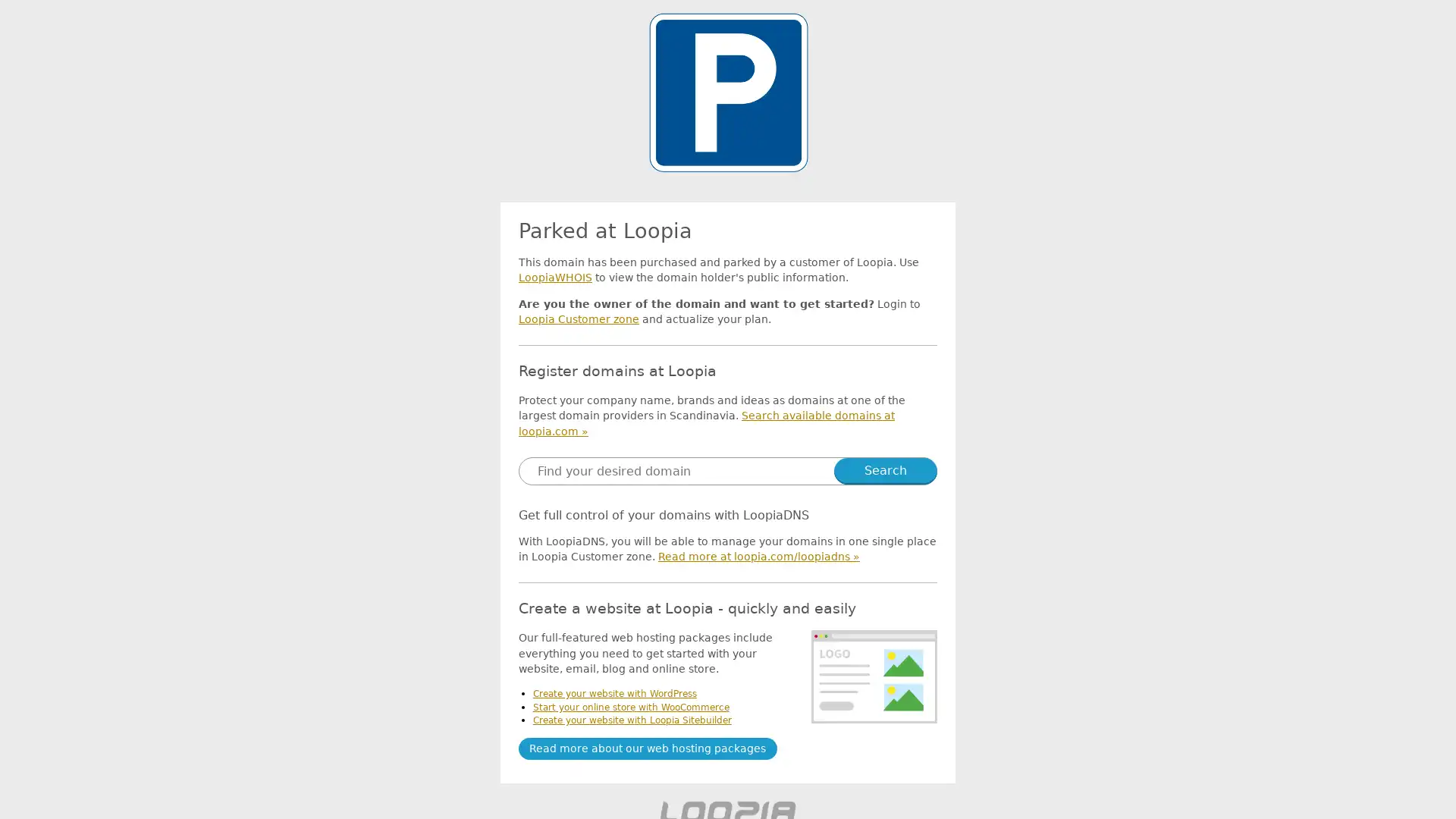 This screenshot has width=1456, height=819. I want to click on Search, so click(885, 469).